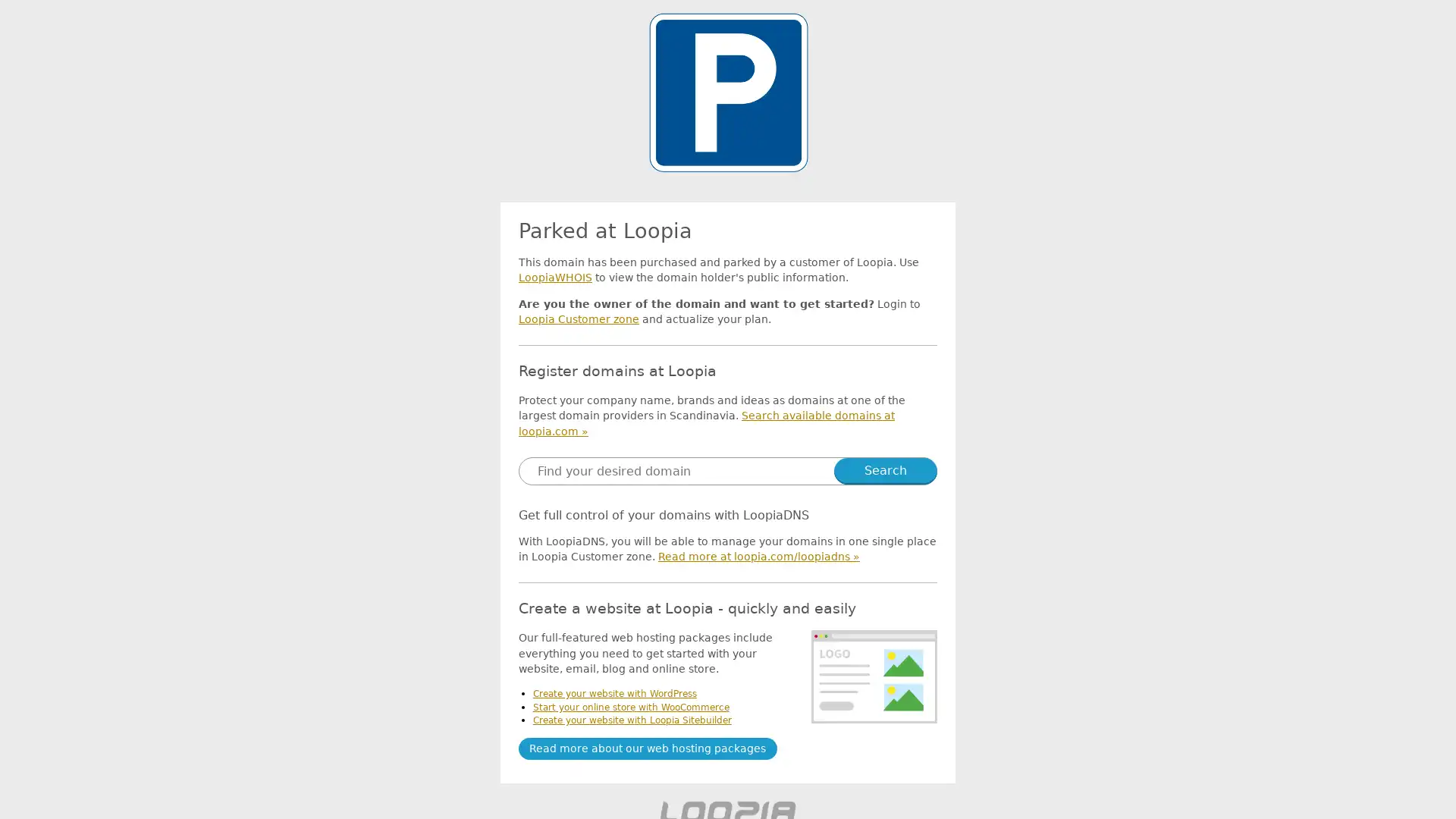 This screenshot has width=1456, height=819. I want to click on Search, so click(885, 469).